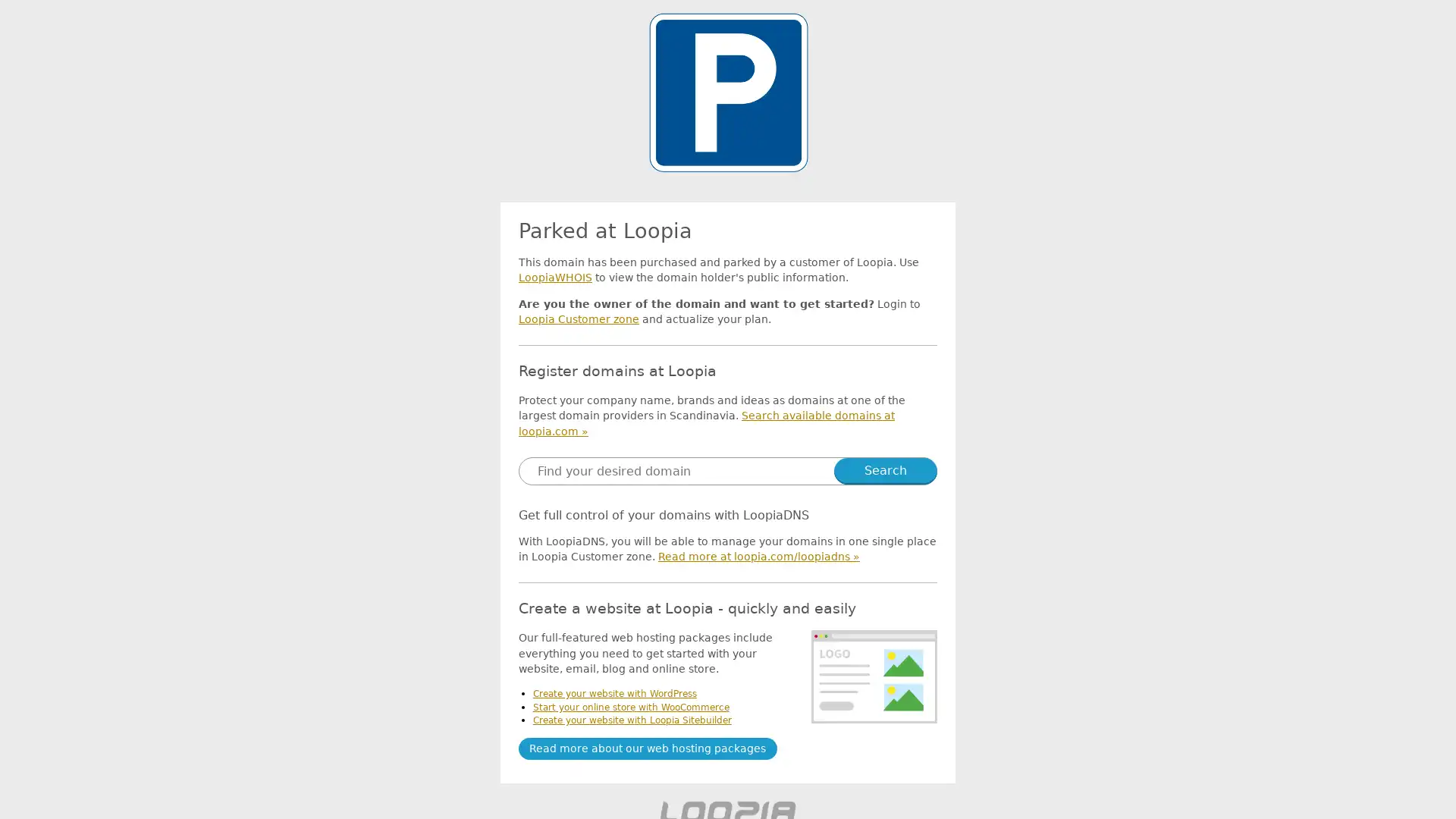 This screenshot has width=1456, height=819. I want to click on Search, so click(885, 469).